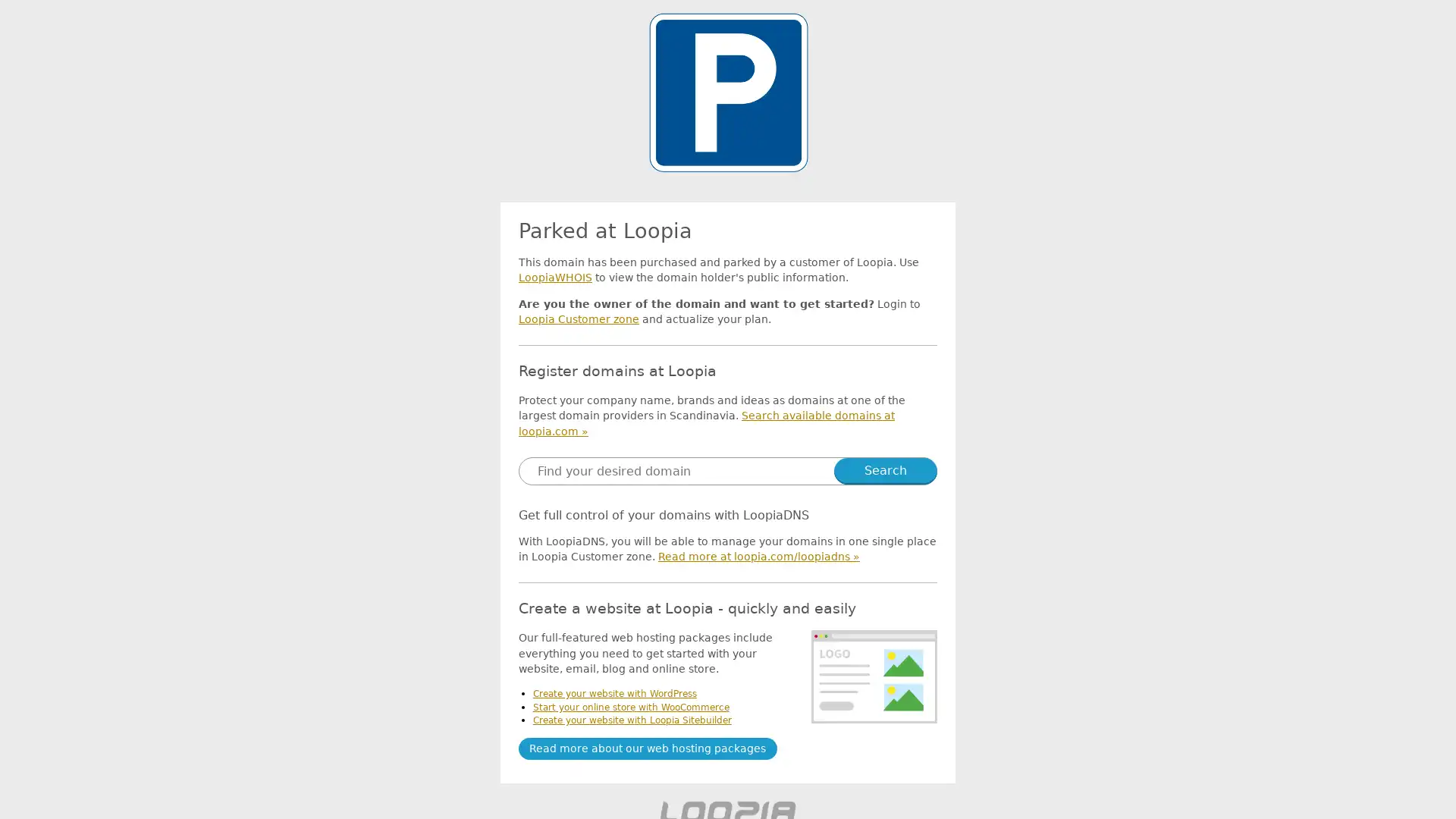 This screenshot has width=1456, height=819. I want to click on Search, so click(885, 469).